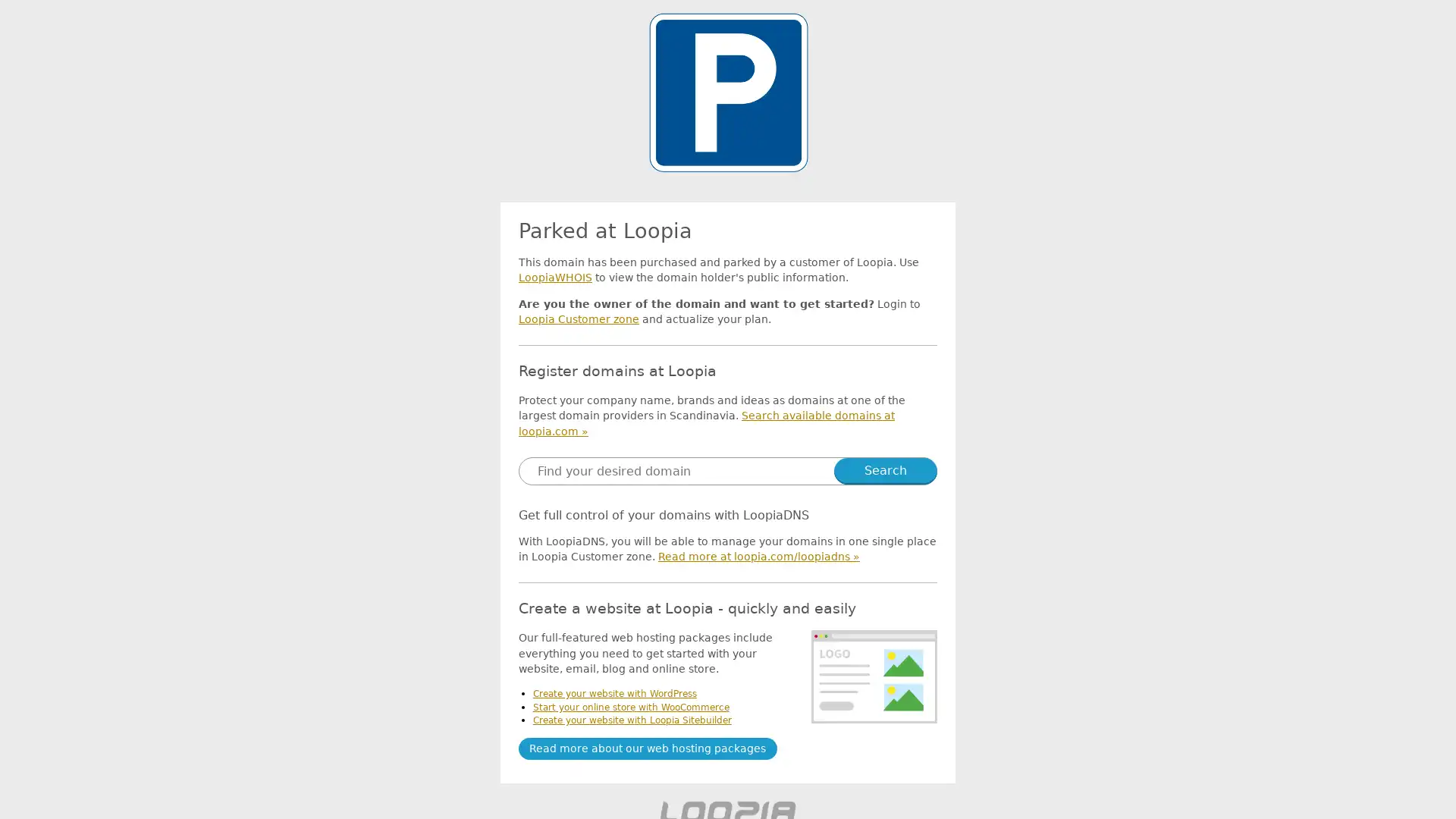 This screenshot has width=1456, height=819. I want to click on Search, so click(885, 469).